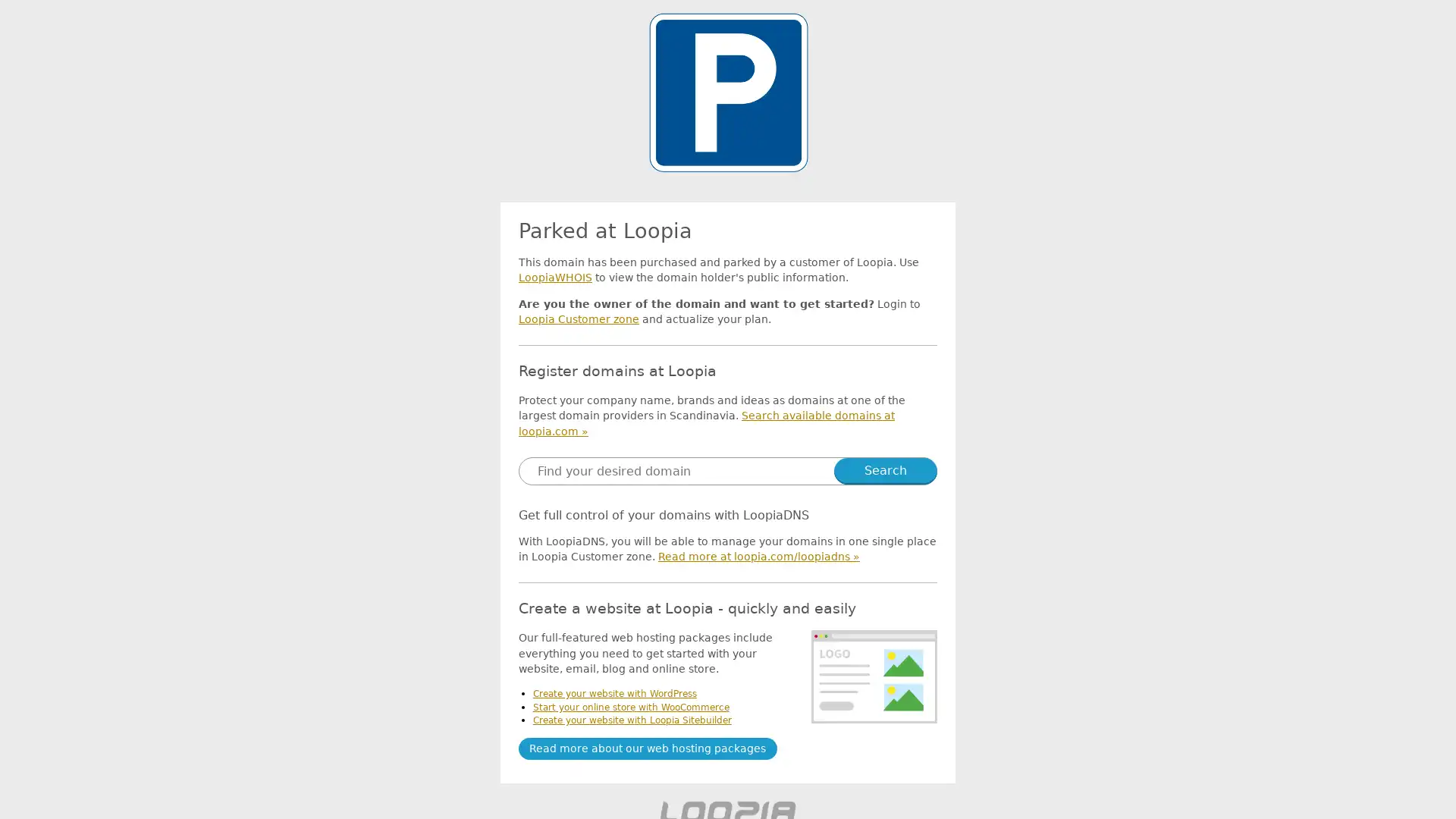 This screenshot has width=1456, height=819. I want to click on Search, so click(885, 469).